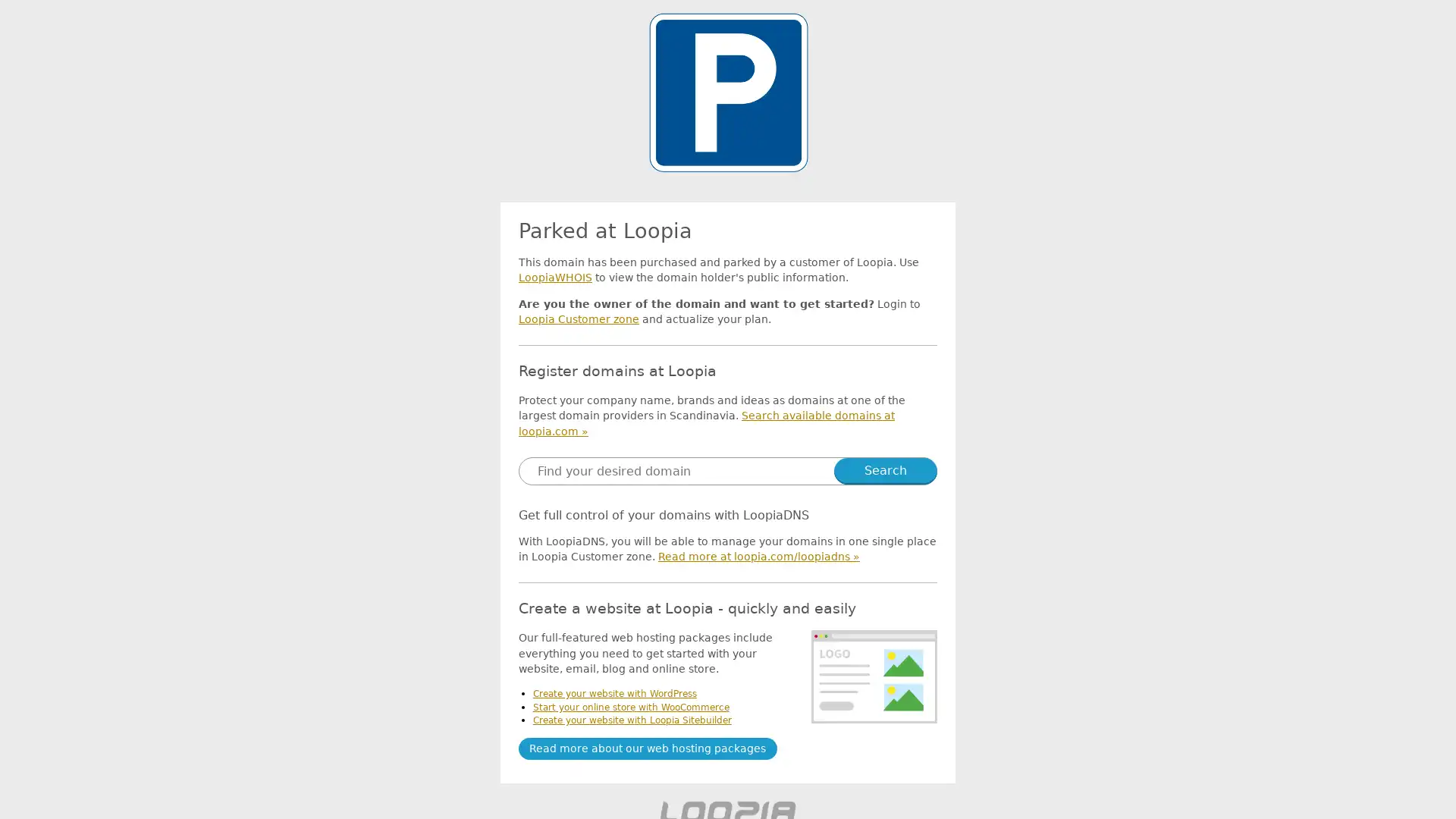 This screenshot has width=1456, height=819. I want to click on Search, so click(885, 469).